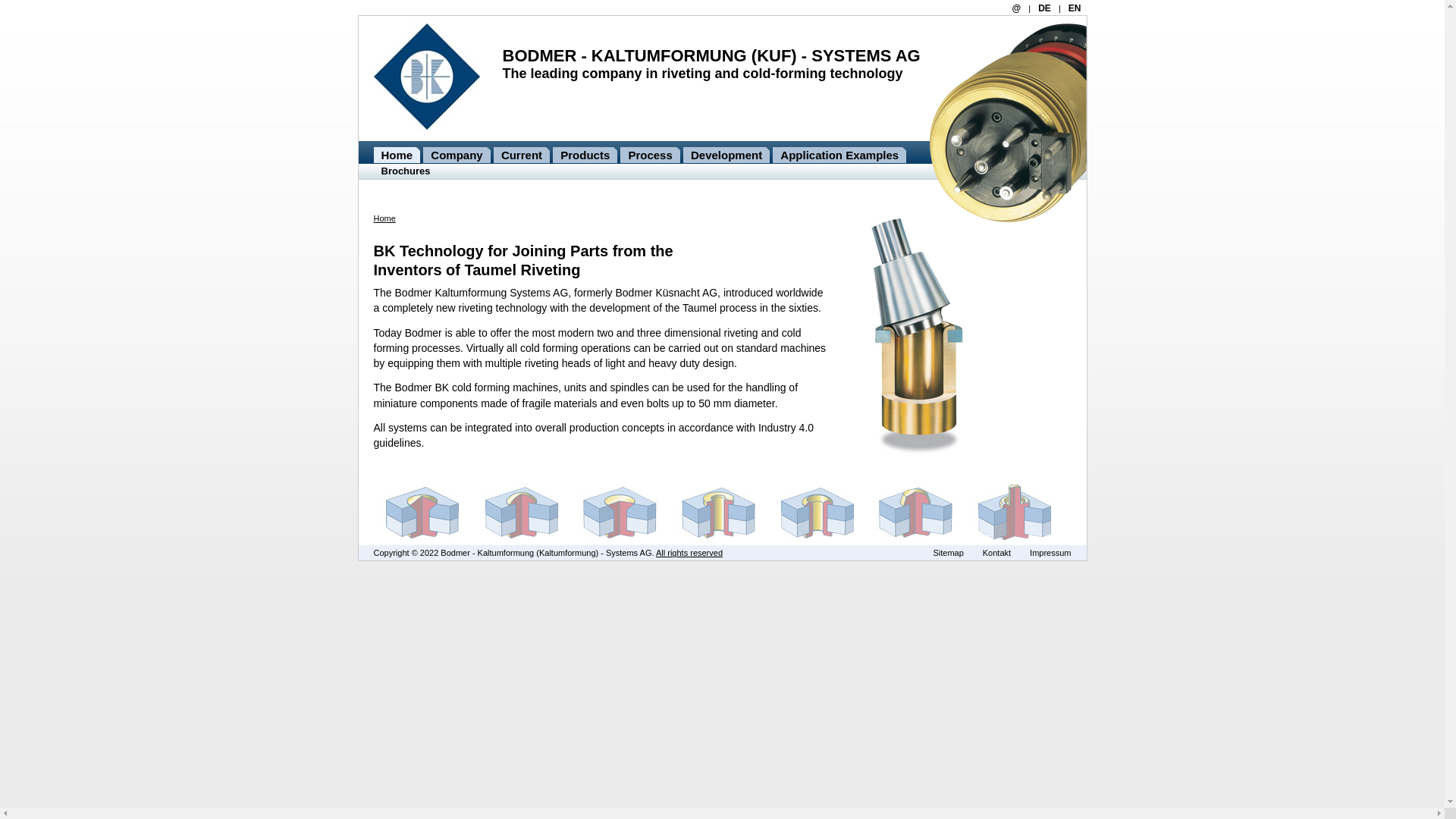  Describe the element at coordinates (650, 155) in the screenshot. I see `'Process'` at that location.